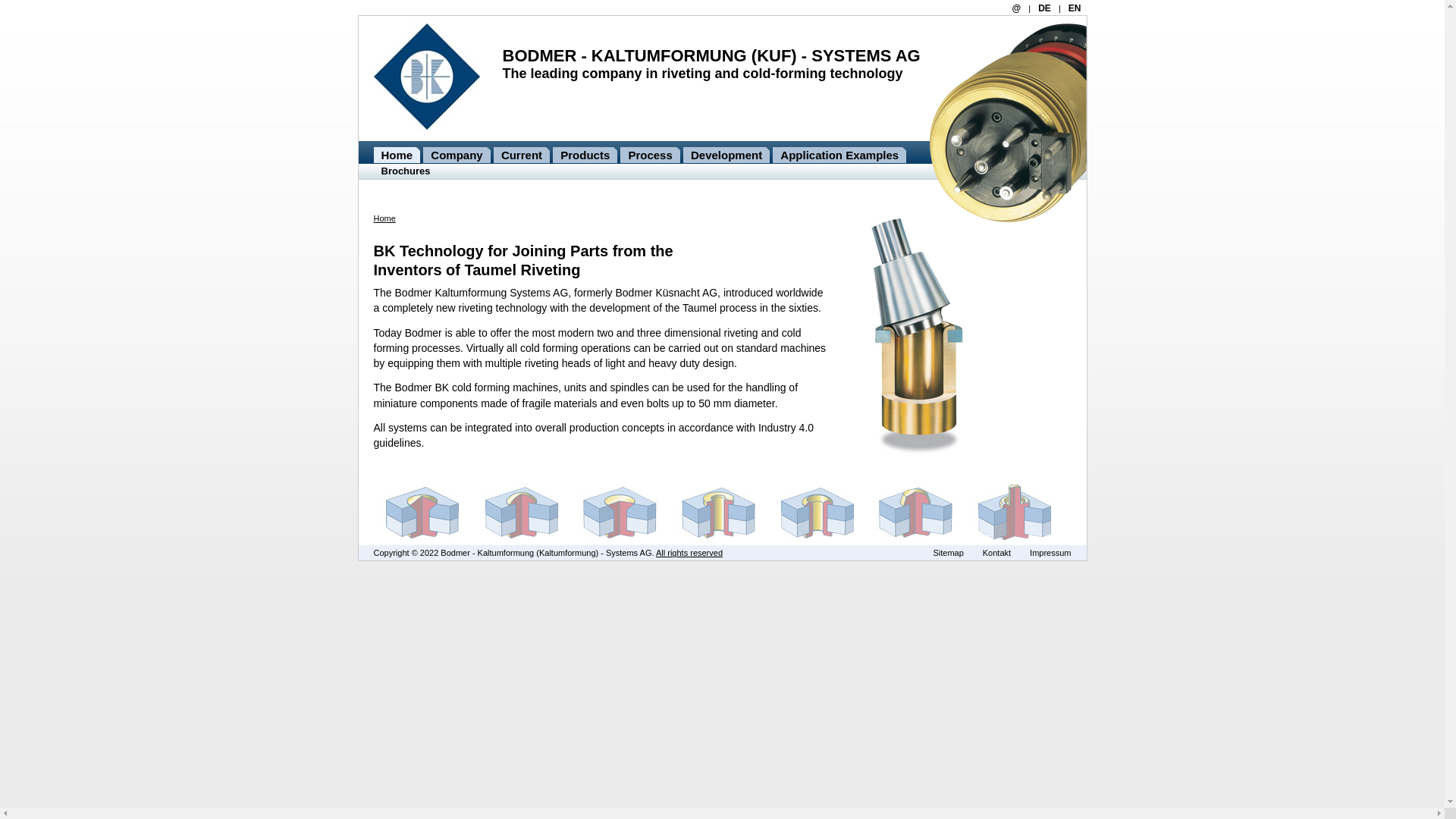  Describe the element at coordinates (650, 155) in the screenshot. I see `'Process'` at that location.